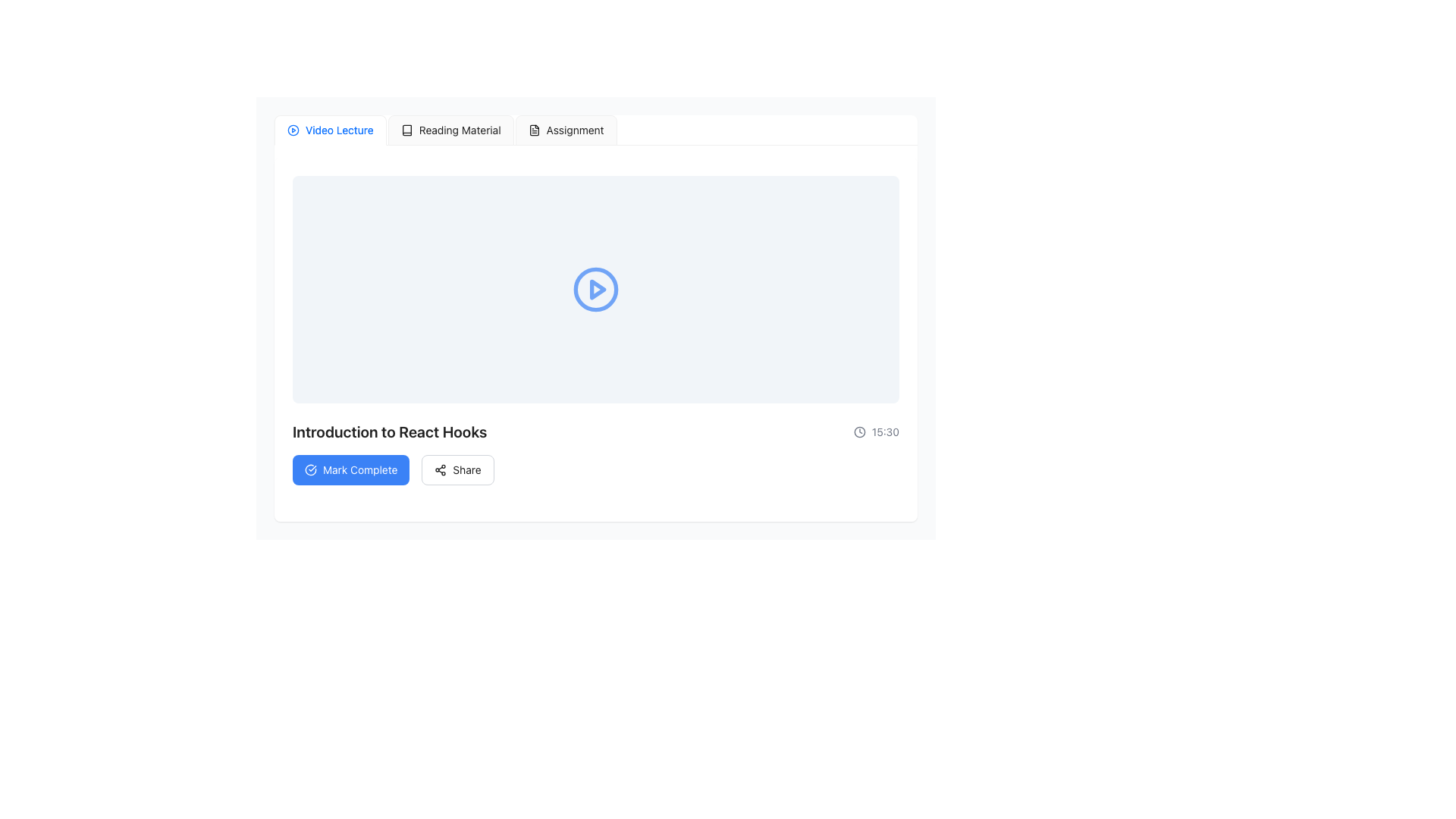  What do you see at coordinates (859, 432) in the screenshot?
I see `the clock icon located in the bottom-right corner of the interface, adjacent to the text '15:30' and slightly right of the 'Introduction to React Hooks' header, to gain additional context` at bounding box center [859, 432].